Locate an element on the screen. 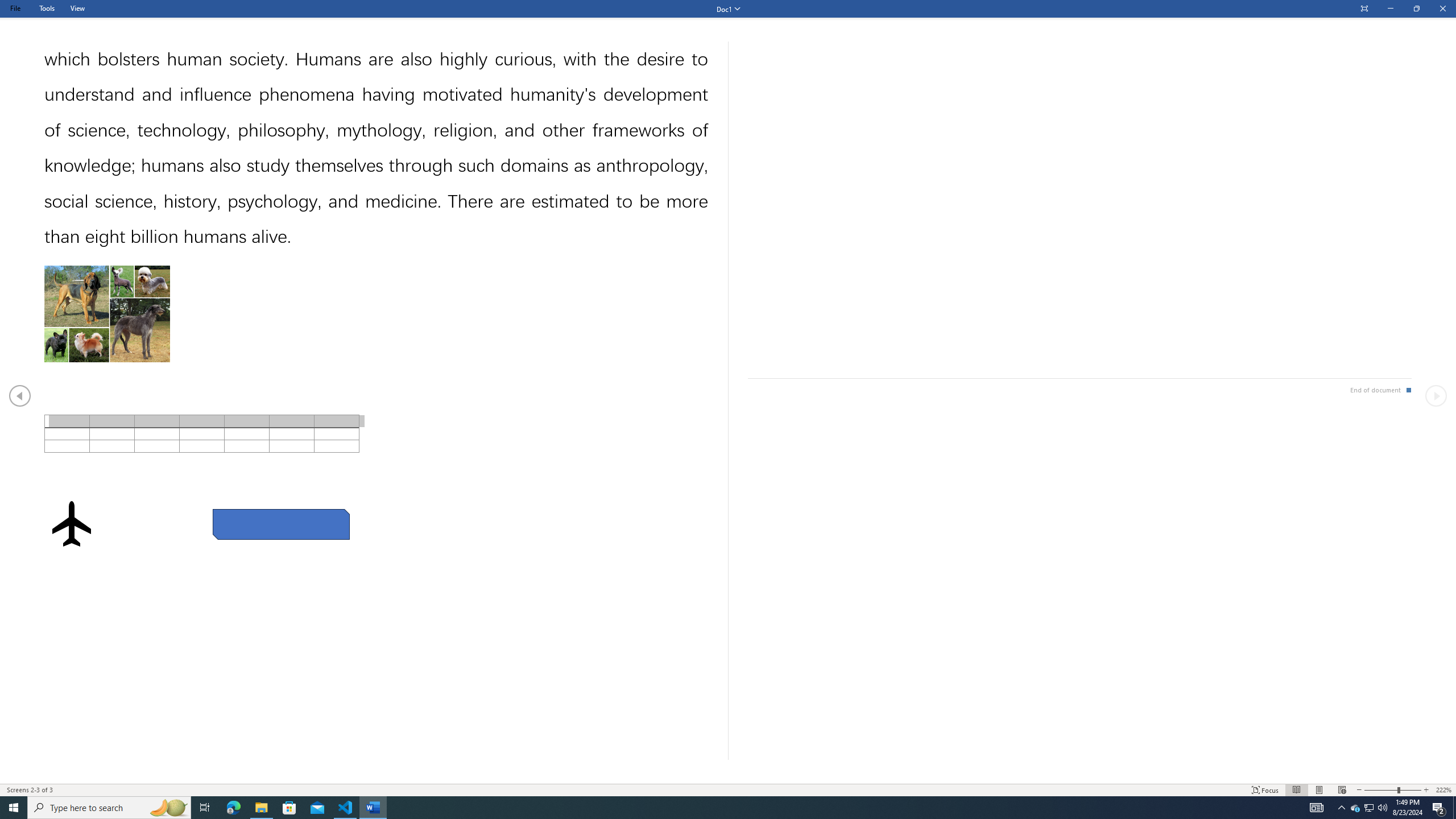  'Read Mode' is located at coordinates (1296, 790).